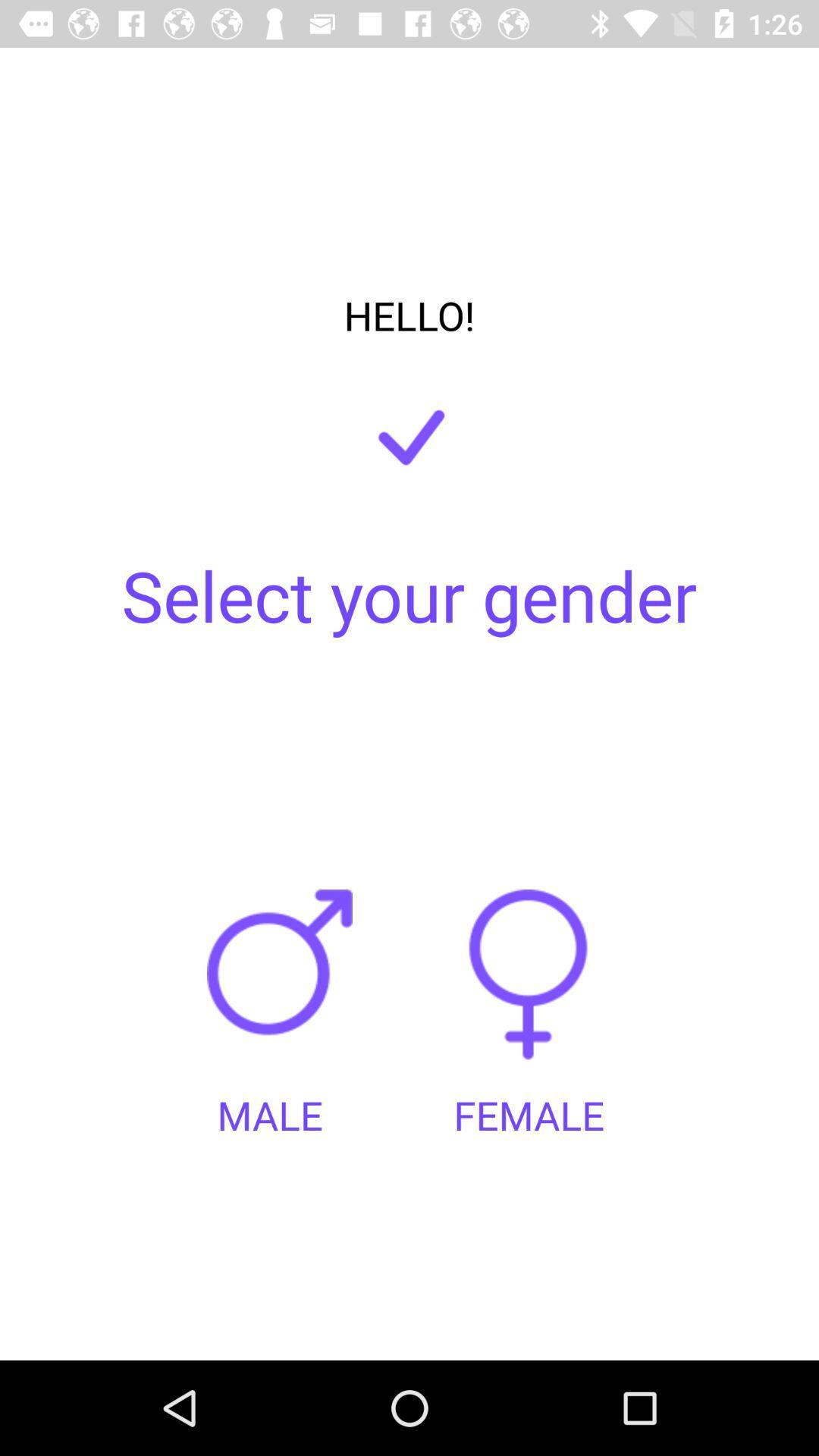 The image size is (819, 1456). Describe the element at coordinates (284, 989) in the screenshot. I see `the item below select your gender icon` at that location.